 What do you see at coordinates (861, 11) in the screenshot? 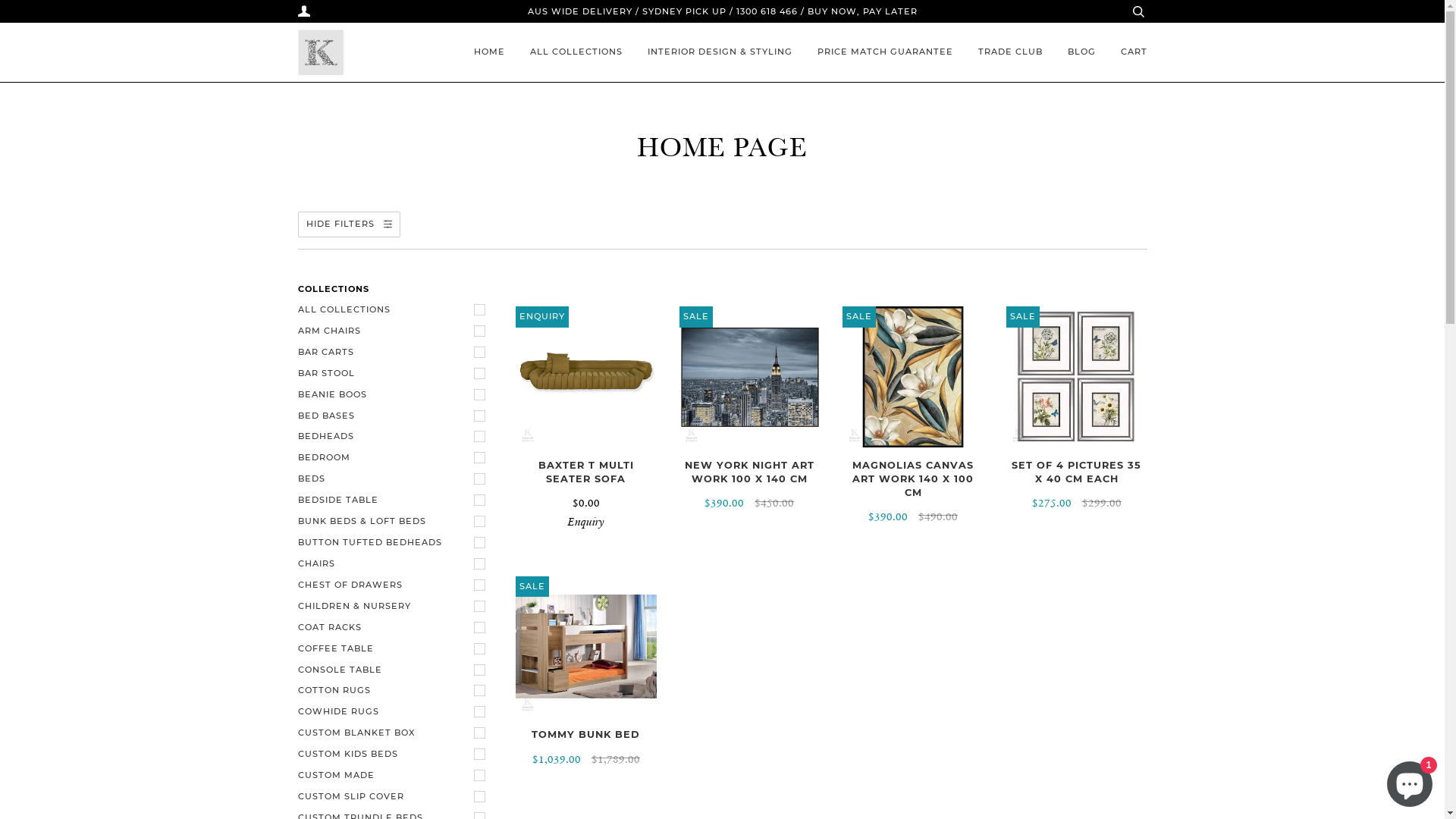
I see `'BUY NOW, PAY LATER'` at bounding box center [861, 11].